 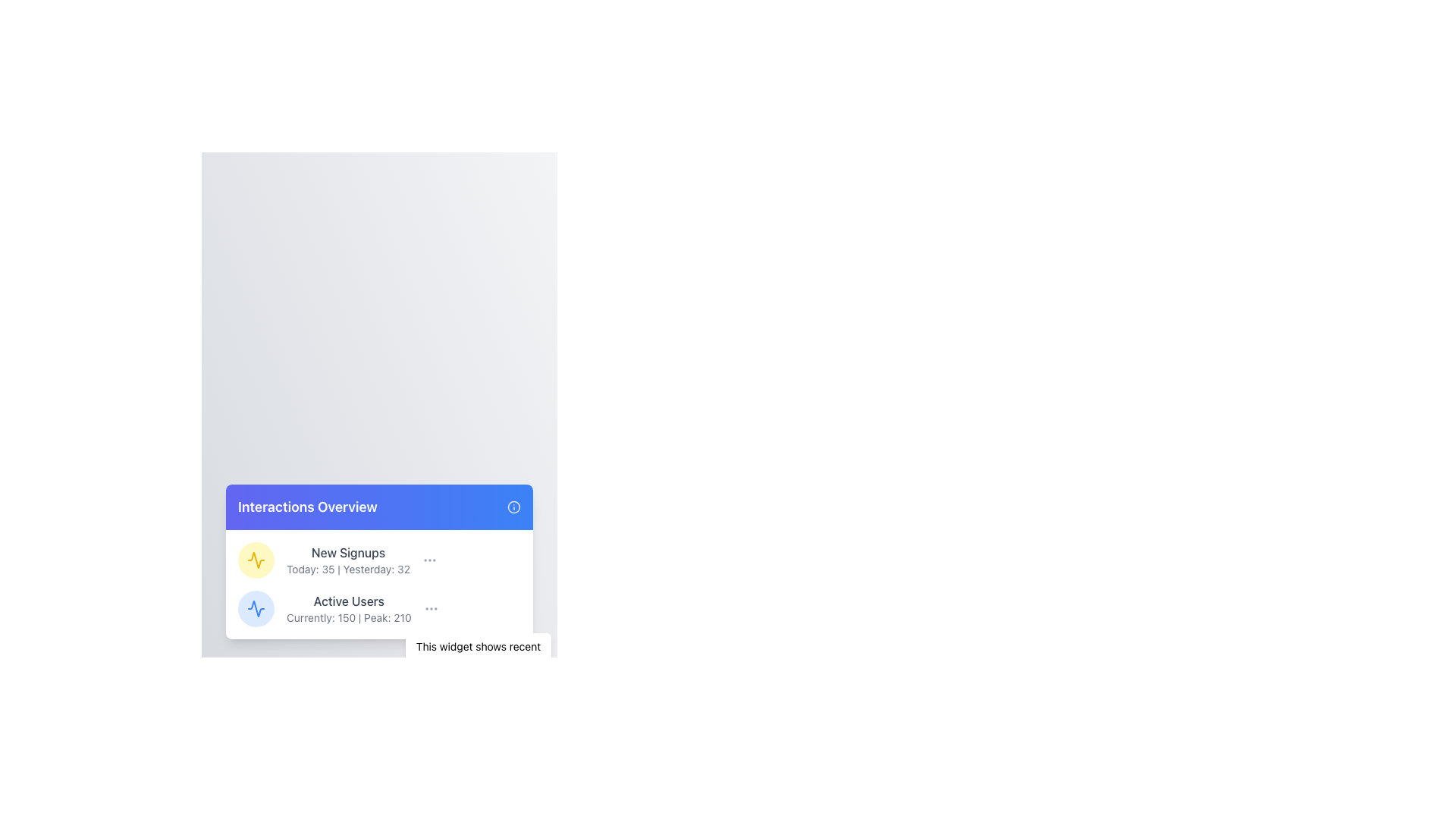 I want to click on the circular vector graphic within the 'info' icon located at the top-right corner of the blue banner titled 'Interactions Overview', so click(x=513, y=507).